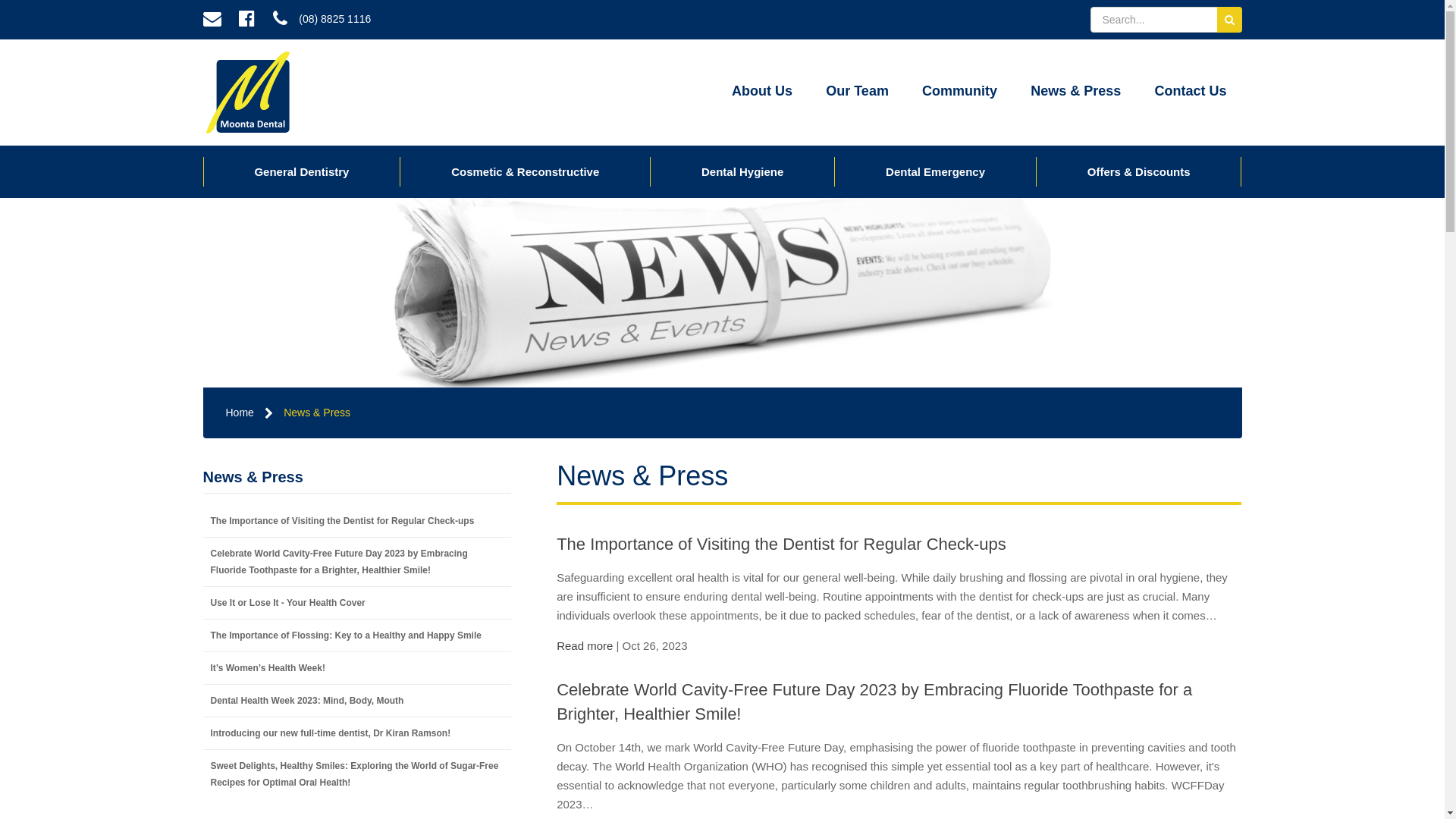  Describe the element at coordinates (202, 701) in the screenshot. I see `'Dental Health Week 2023: Mind, Body, Mouth'` at that location.